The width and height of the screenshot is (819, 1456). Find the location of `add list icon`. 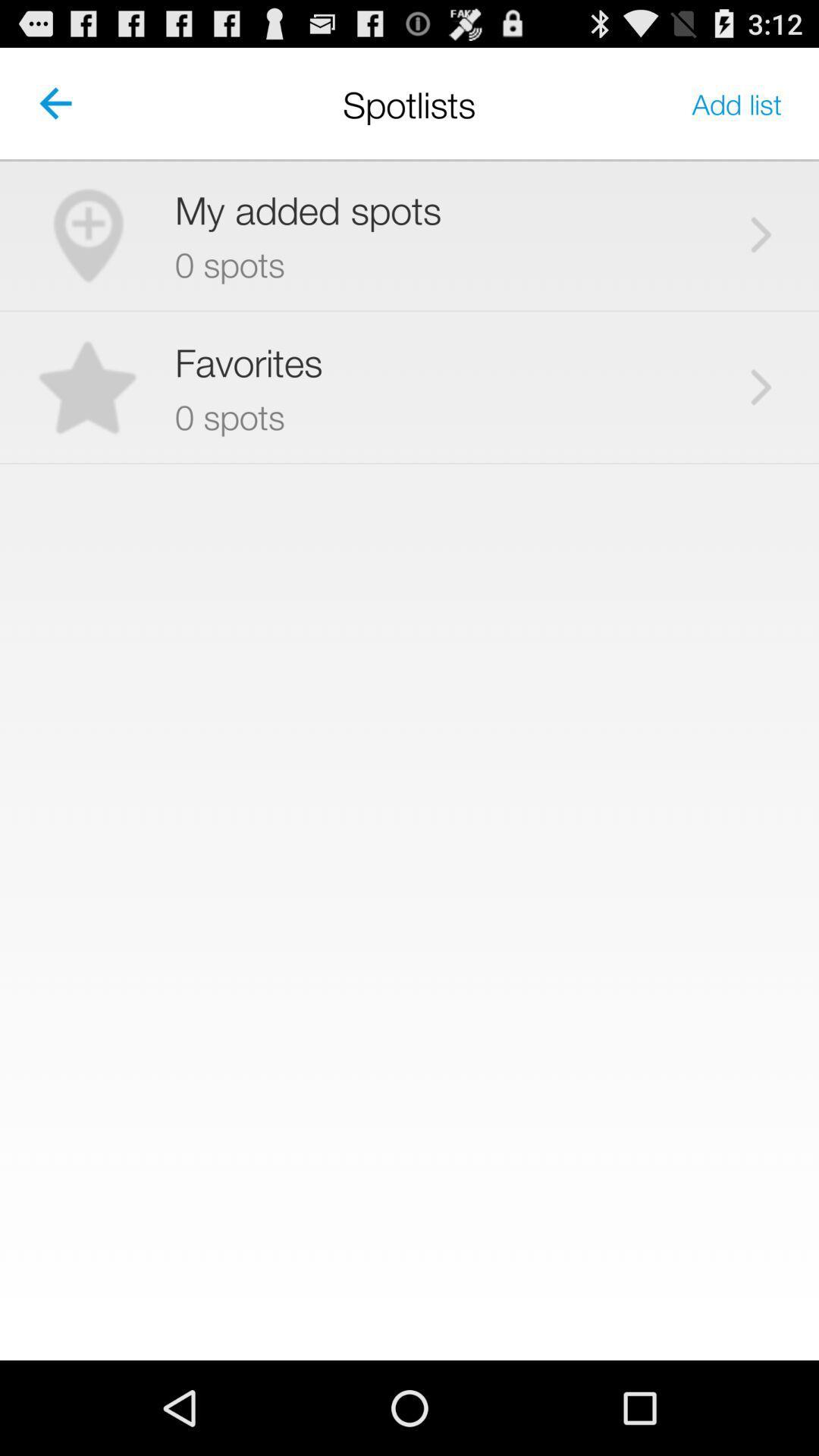

add list icon is located at coordinates (736, 102).